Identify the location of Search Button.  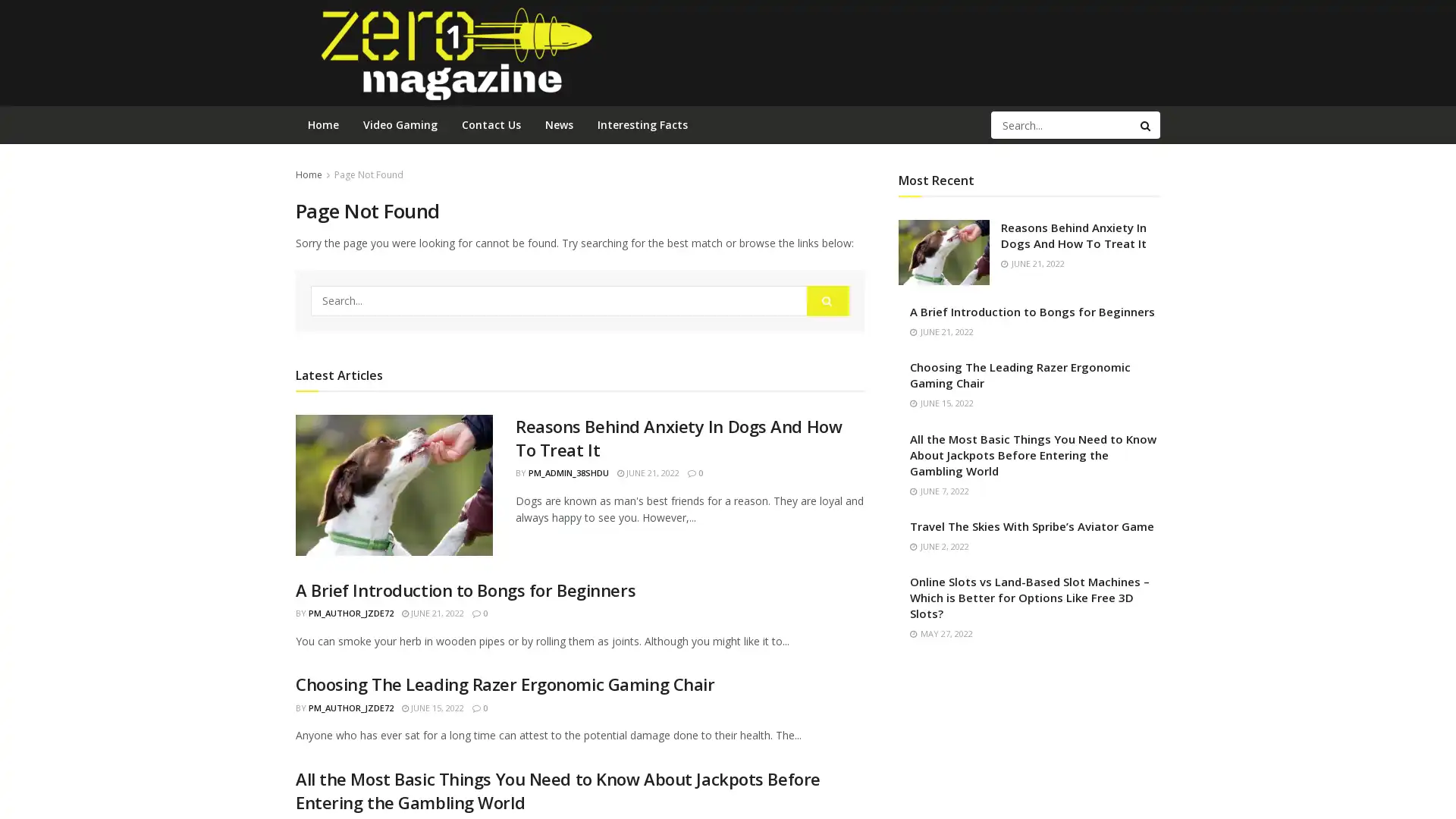
(1147, 124).